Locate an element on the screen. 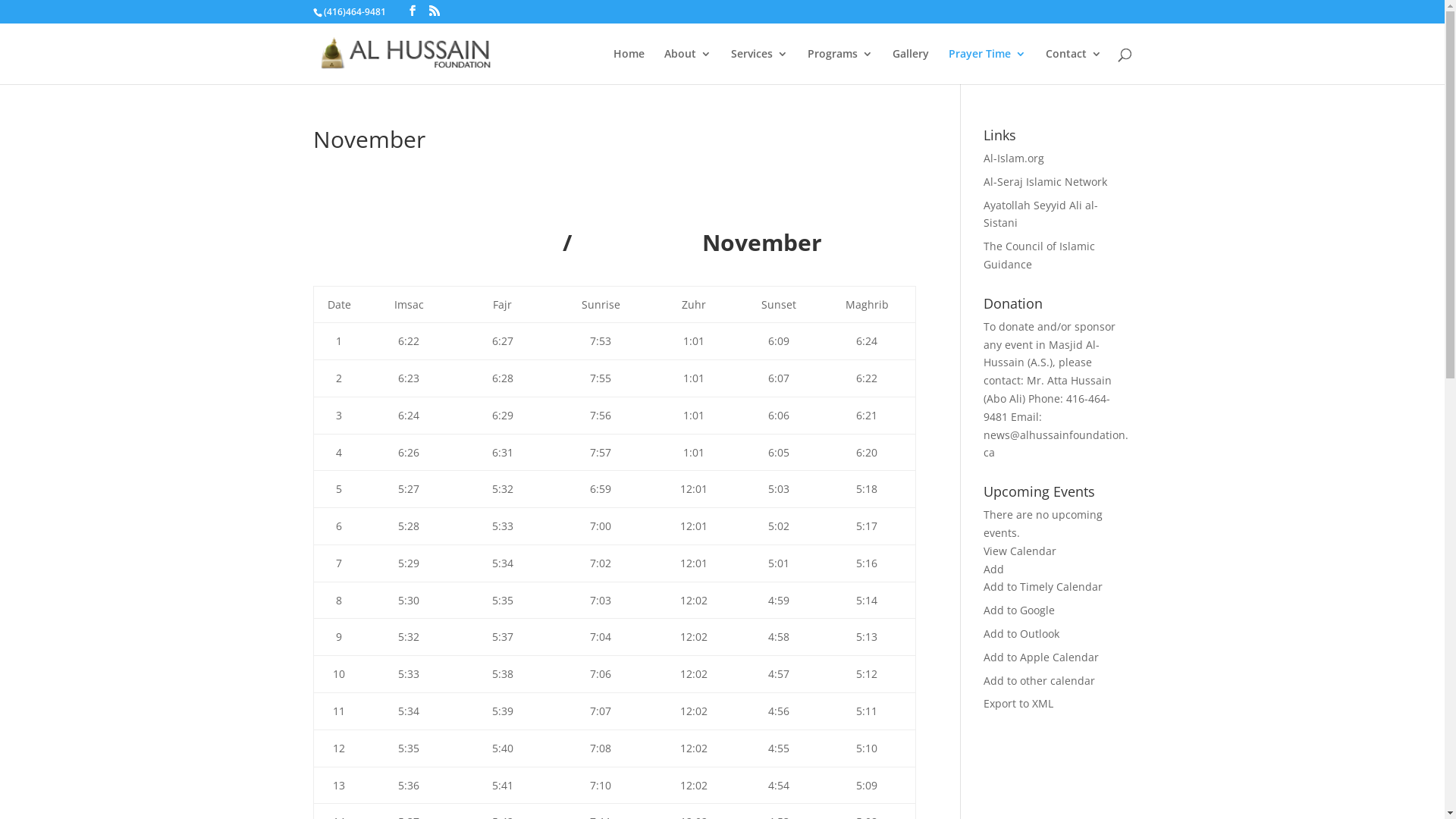 Image resolution: width=1456 pixels, height=819 pixels. 'Add to other calendar' is located at coordinates (1038, 679).